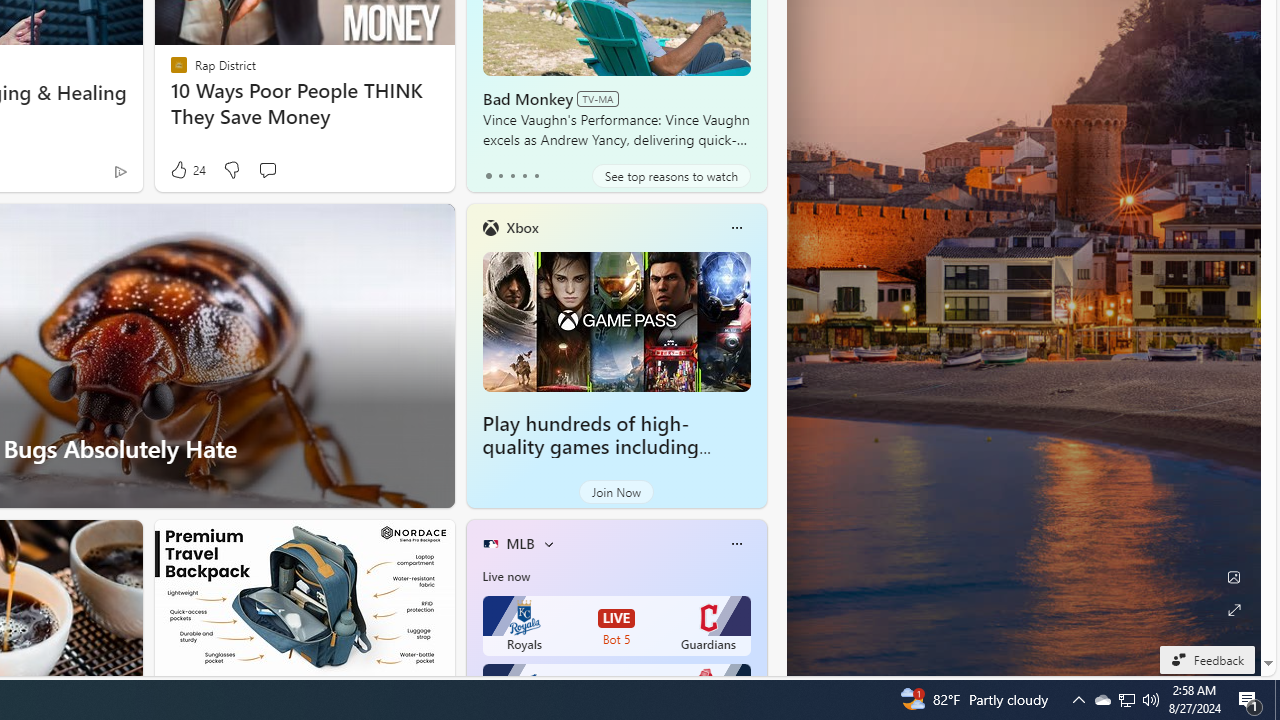 This screenshot has height=720, width=1280. Describe the element at coordinates (536, 175) in the screenshot. I see `'tab-4'` at that location.